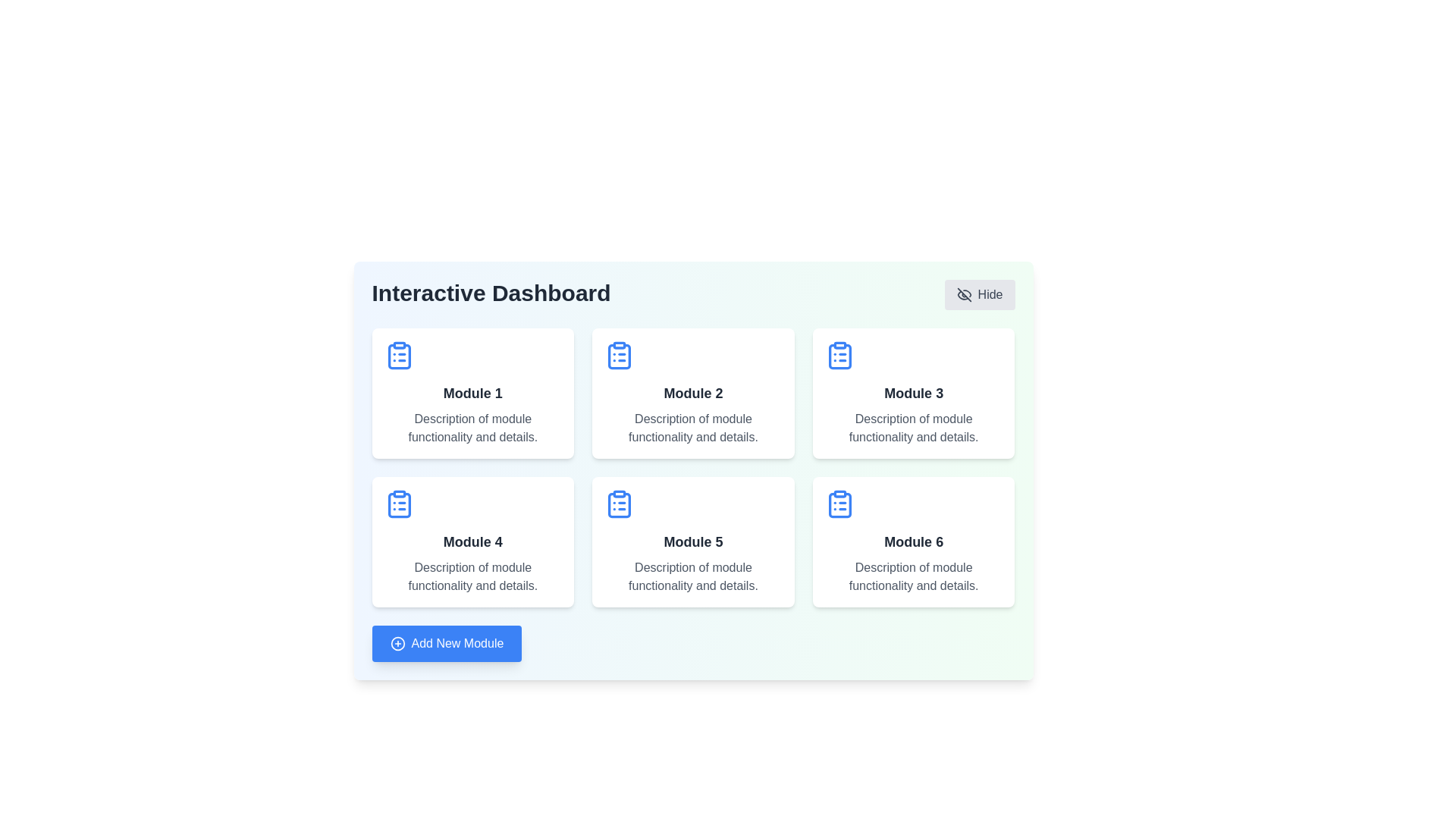 The height and width of the screenshot is (819, 1456). I want to click on the blue clipboard icon with rounded corners that represents module 4, located in the left column of the second row of modules, so click(399, 505).